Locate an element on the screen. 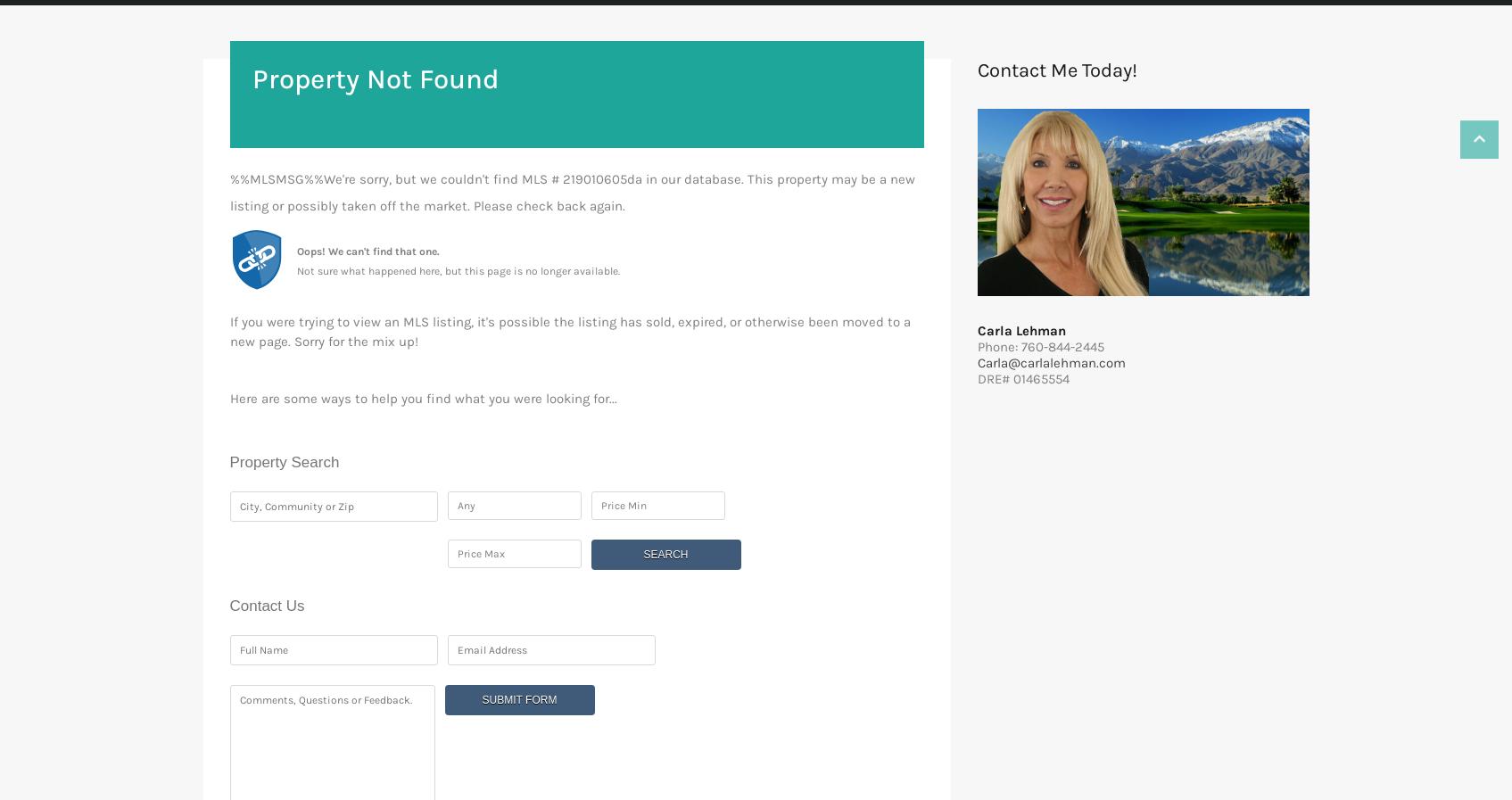  '%%MLSMSG%%We're sorry, but we couldn't find MLS # 219010605da in our database. This property may be a new listing or possibly taken off the market. Please check back again.' is located at coordinates (571, 191).